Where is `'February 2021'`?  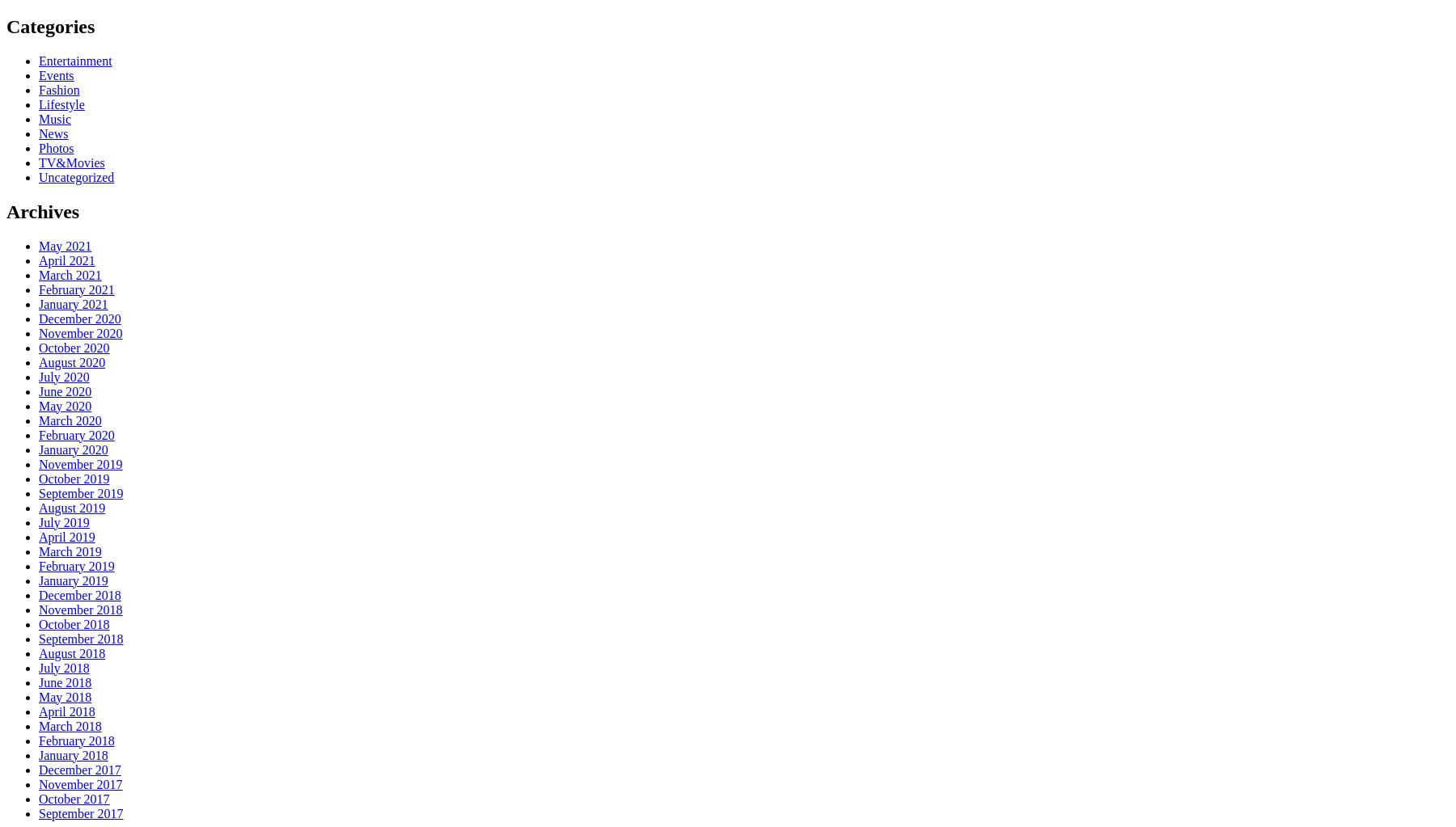
'February 2021' is located at coordinates (75, 288).